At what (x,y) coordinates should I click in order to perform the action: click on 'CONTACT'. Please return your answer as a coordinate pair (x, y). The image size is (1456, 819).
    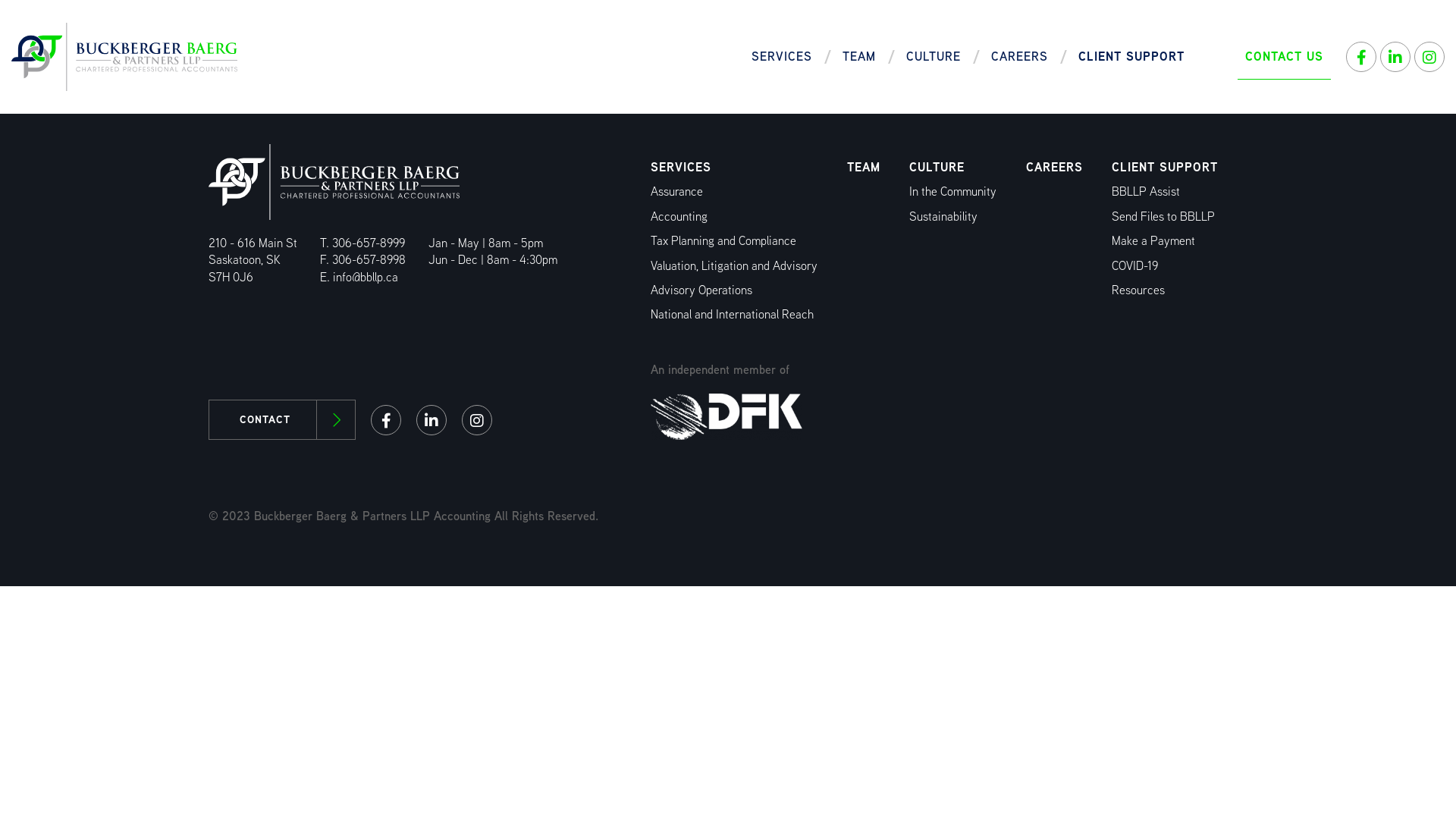
    Looking at the image, I should click on (281, 419).